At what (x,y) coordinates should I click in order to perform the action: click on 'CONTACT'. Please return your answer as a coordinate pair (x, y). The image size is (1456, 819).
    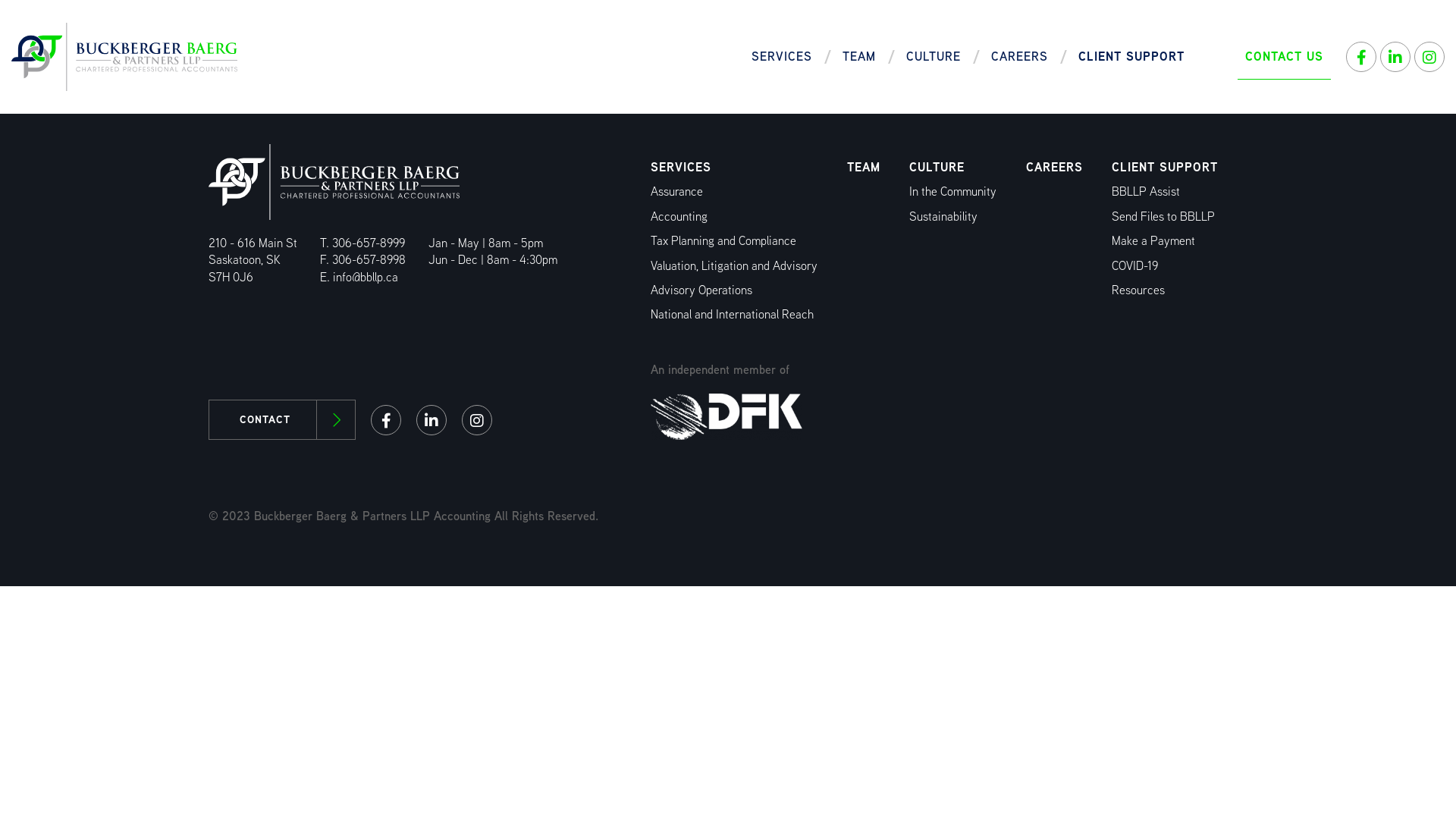
    Looking at the image, I should click on (281, 419).